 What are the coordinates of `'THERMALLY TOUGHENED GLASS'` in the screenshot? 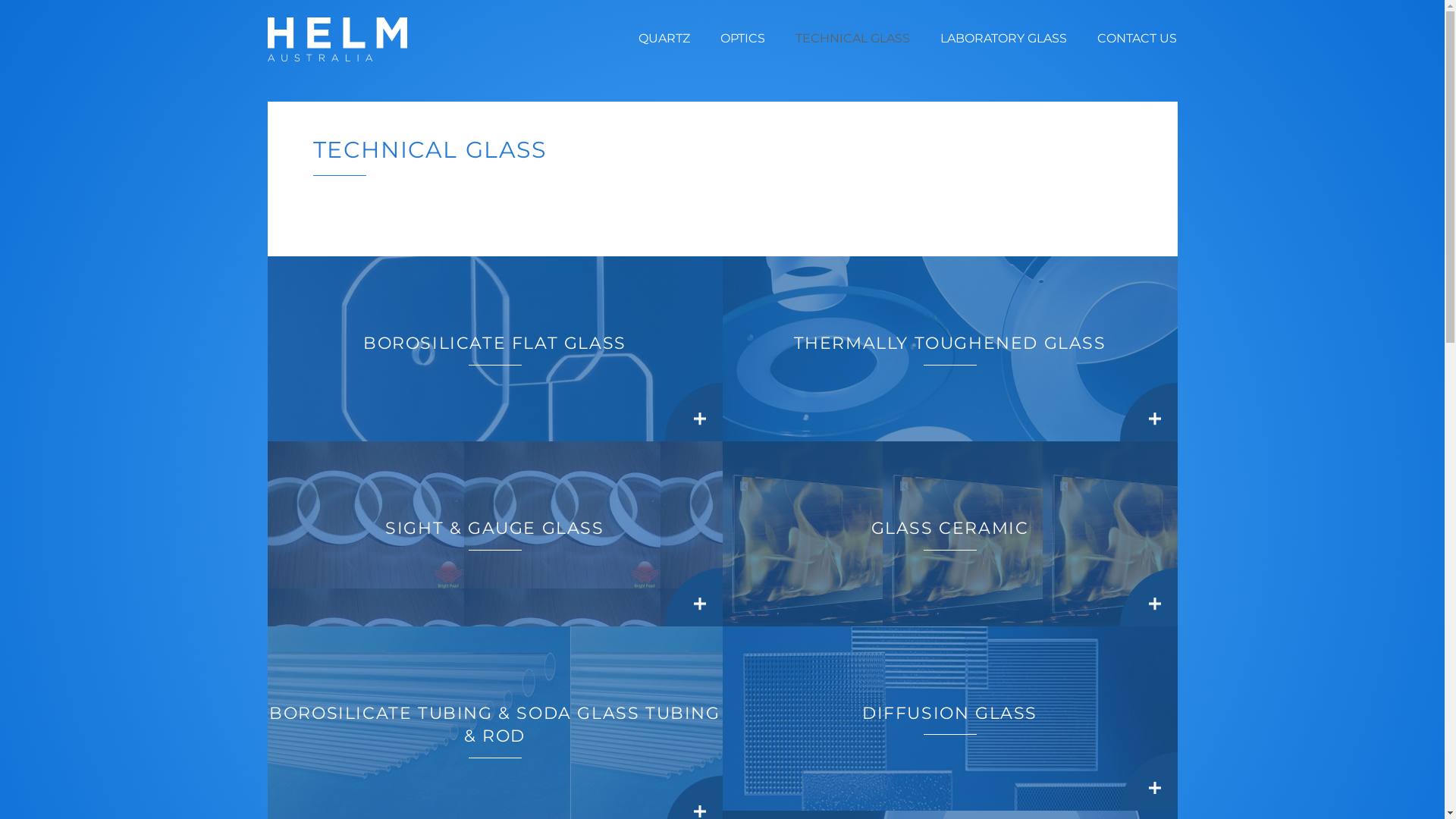 It's located at (949, 348).